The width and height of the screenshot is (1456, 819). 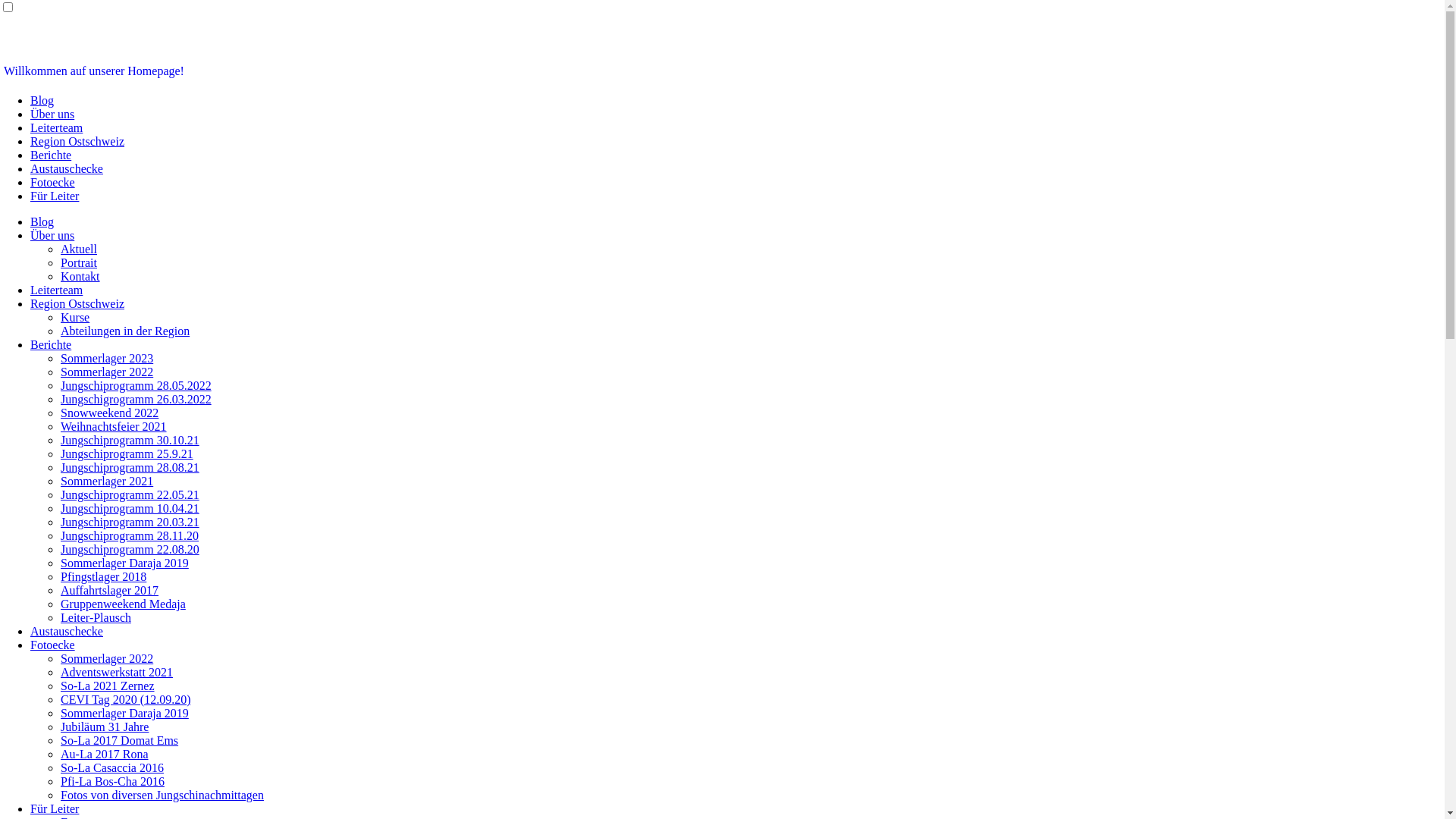 What do you see at coordinates (105, 657) in the screenshot?
I see `'Sommerlager 2022'` at bounding box center [105, 657].